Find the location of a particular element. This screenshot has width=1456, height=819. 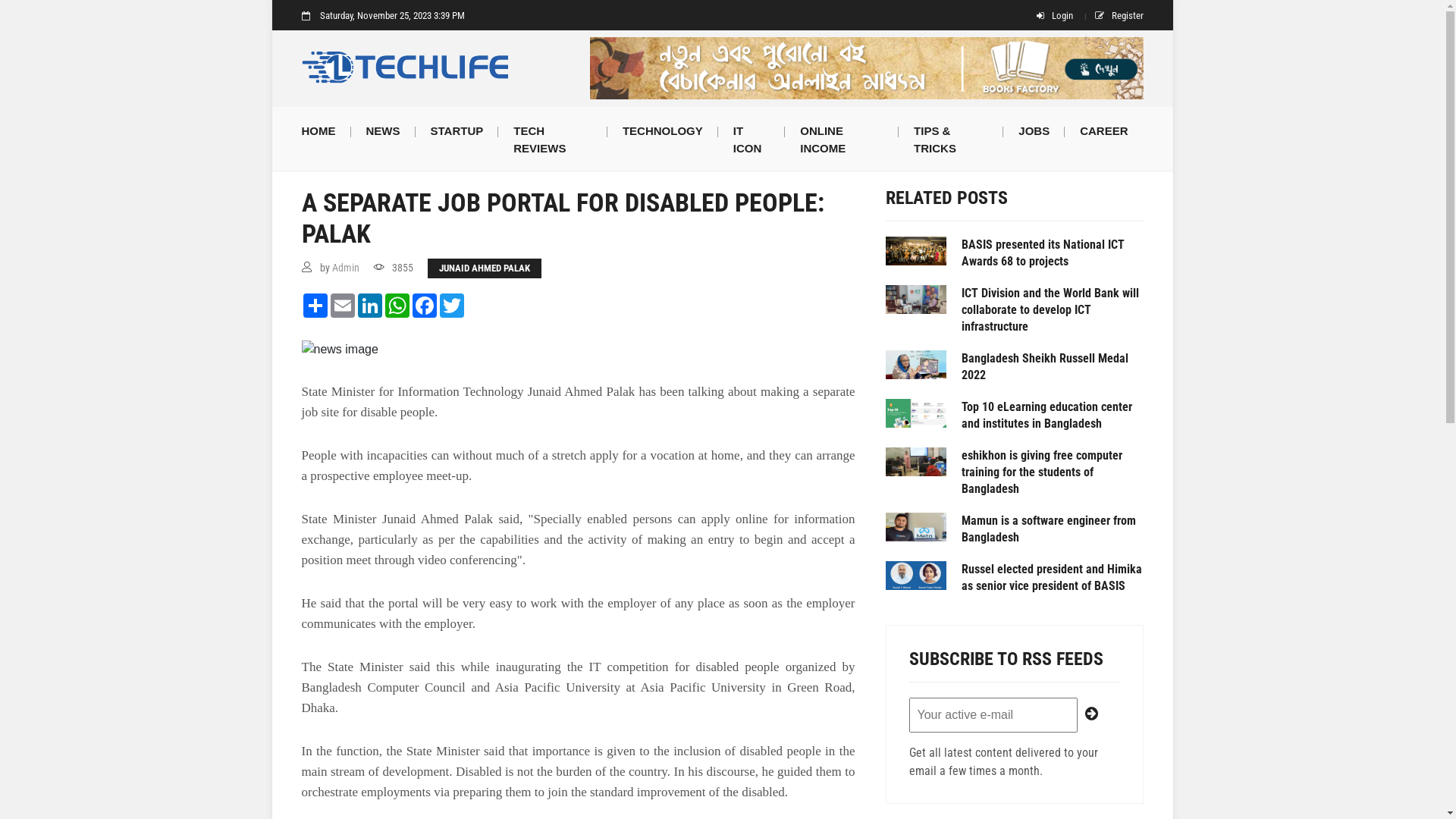

'Mamun is a software engineer from Bangladesh' is located at coordinates (960, 529).